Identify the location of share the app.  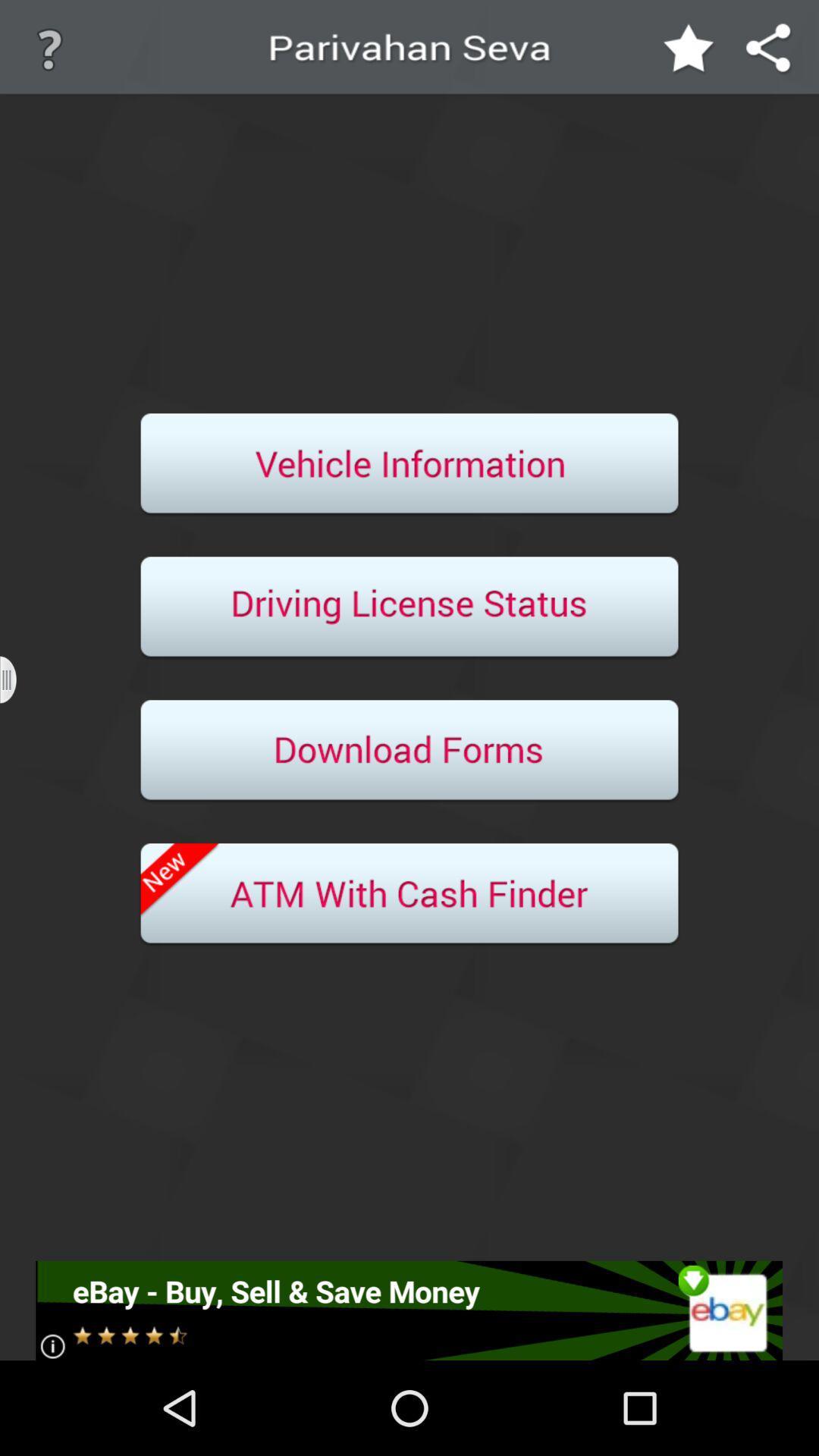
(769, 49).